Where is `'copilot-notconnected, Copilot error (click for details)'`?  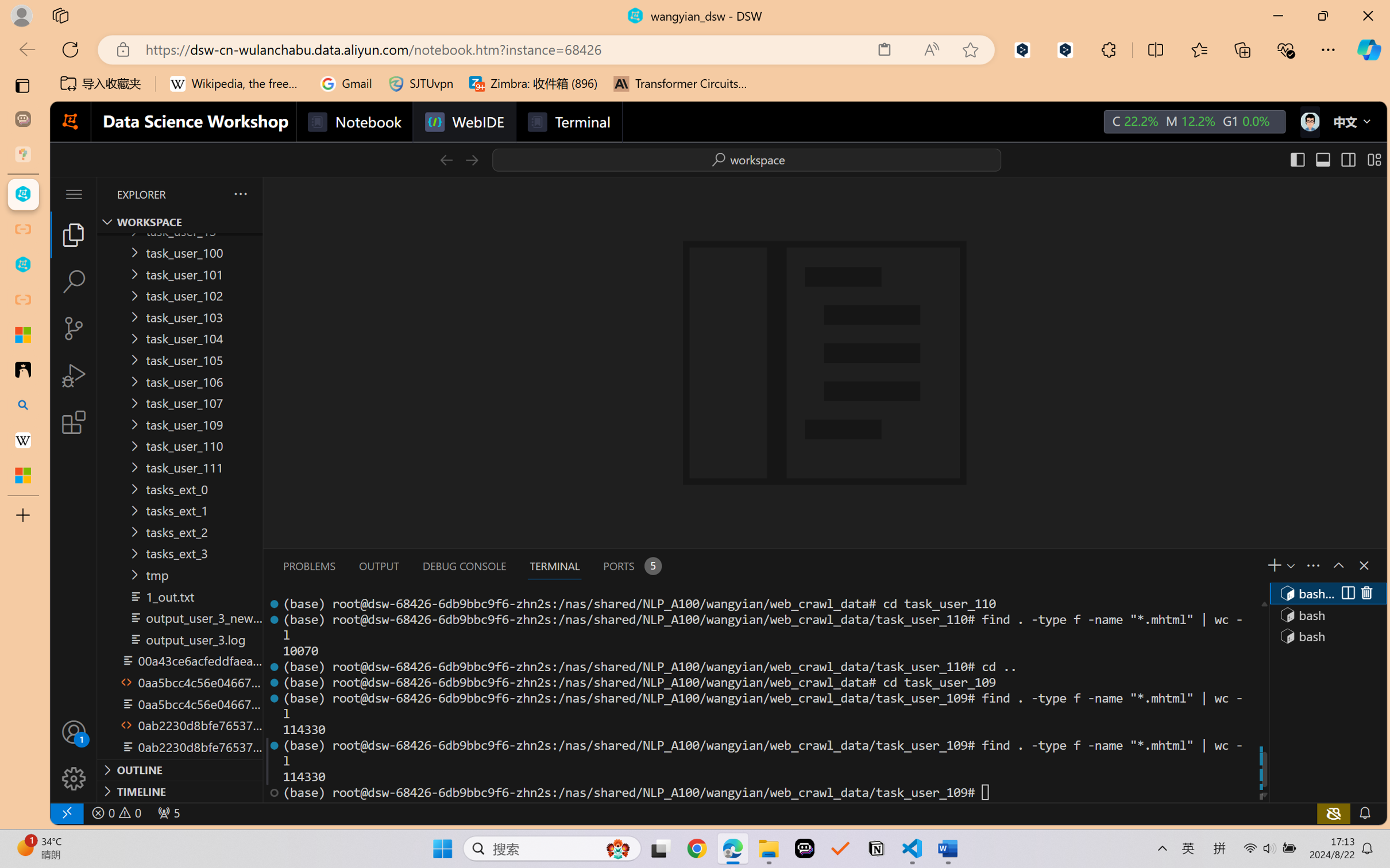 'copilot-notconnected, Copilot error (click for details)' is located at coordinates (1333, 812).